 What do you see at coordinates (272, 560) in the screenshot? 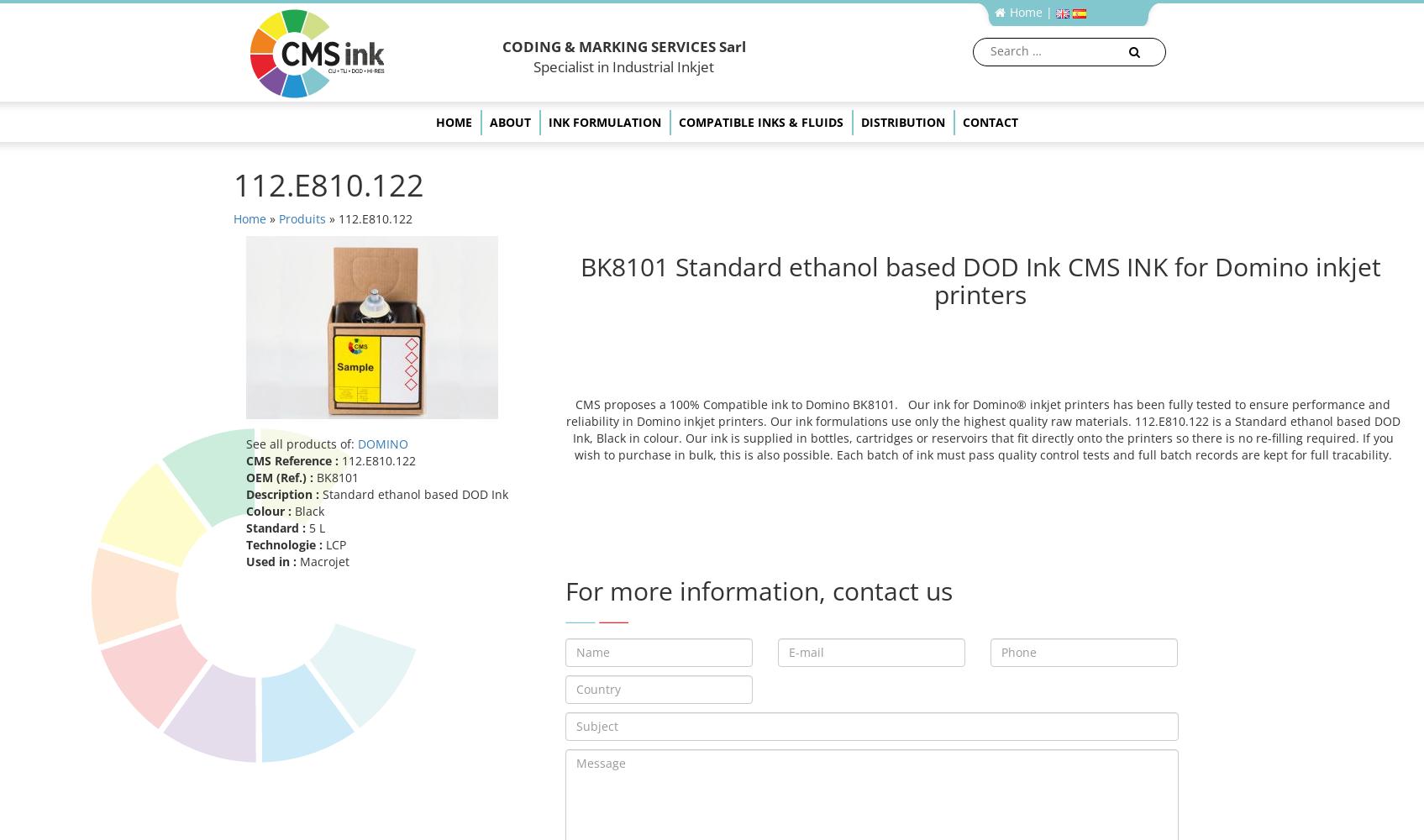
I see `'Used in :'` at bounding box center [272, 560].